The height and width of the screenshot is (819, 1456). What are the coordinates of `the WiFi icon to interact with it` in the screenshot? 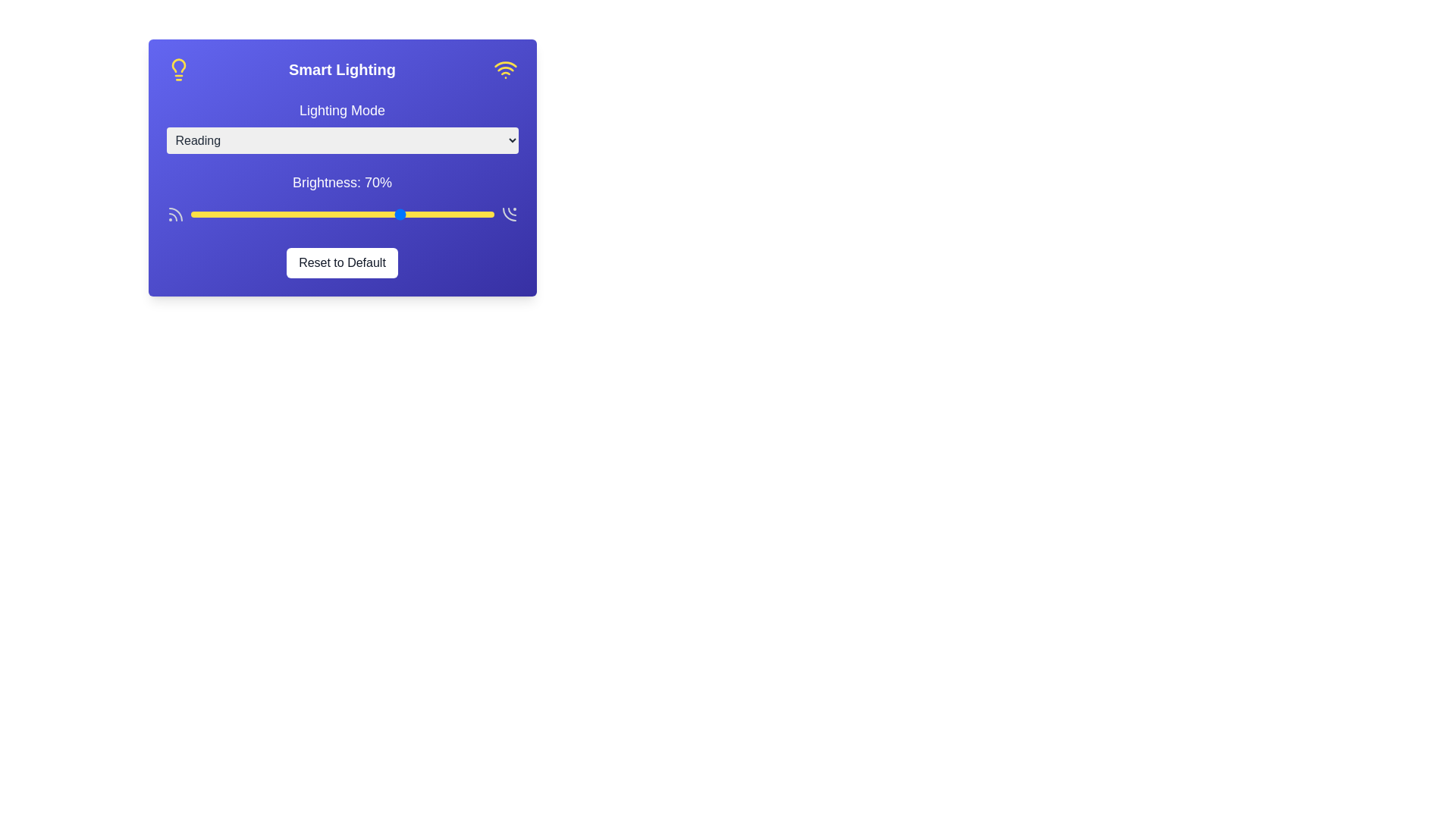 It's located at (506, 70).